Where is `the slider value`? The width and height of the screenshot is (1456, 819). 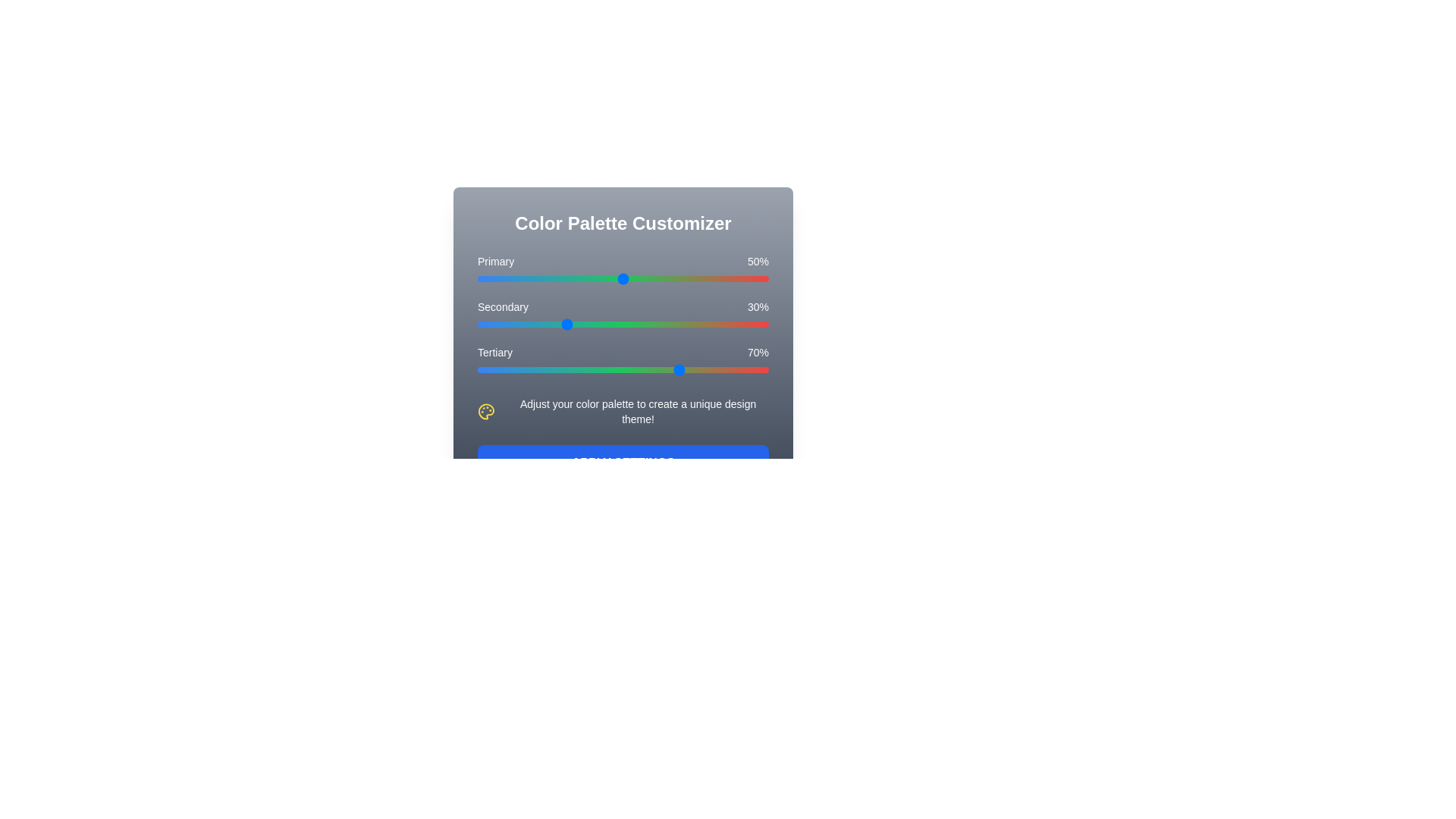 the slider value is located at coordinates (494, 324).